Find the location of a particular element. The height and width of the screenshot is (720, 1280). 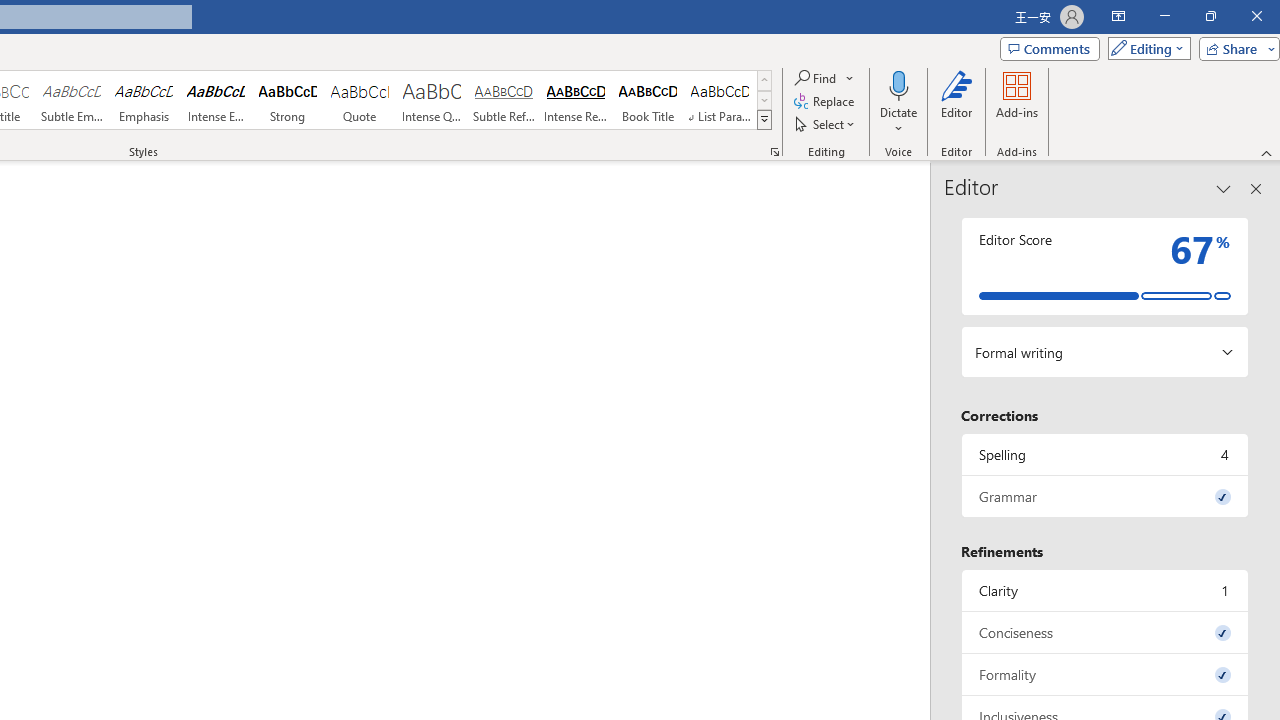

'More Options' is located at coordinates (898, 121).